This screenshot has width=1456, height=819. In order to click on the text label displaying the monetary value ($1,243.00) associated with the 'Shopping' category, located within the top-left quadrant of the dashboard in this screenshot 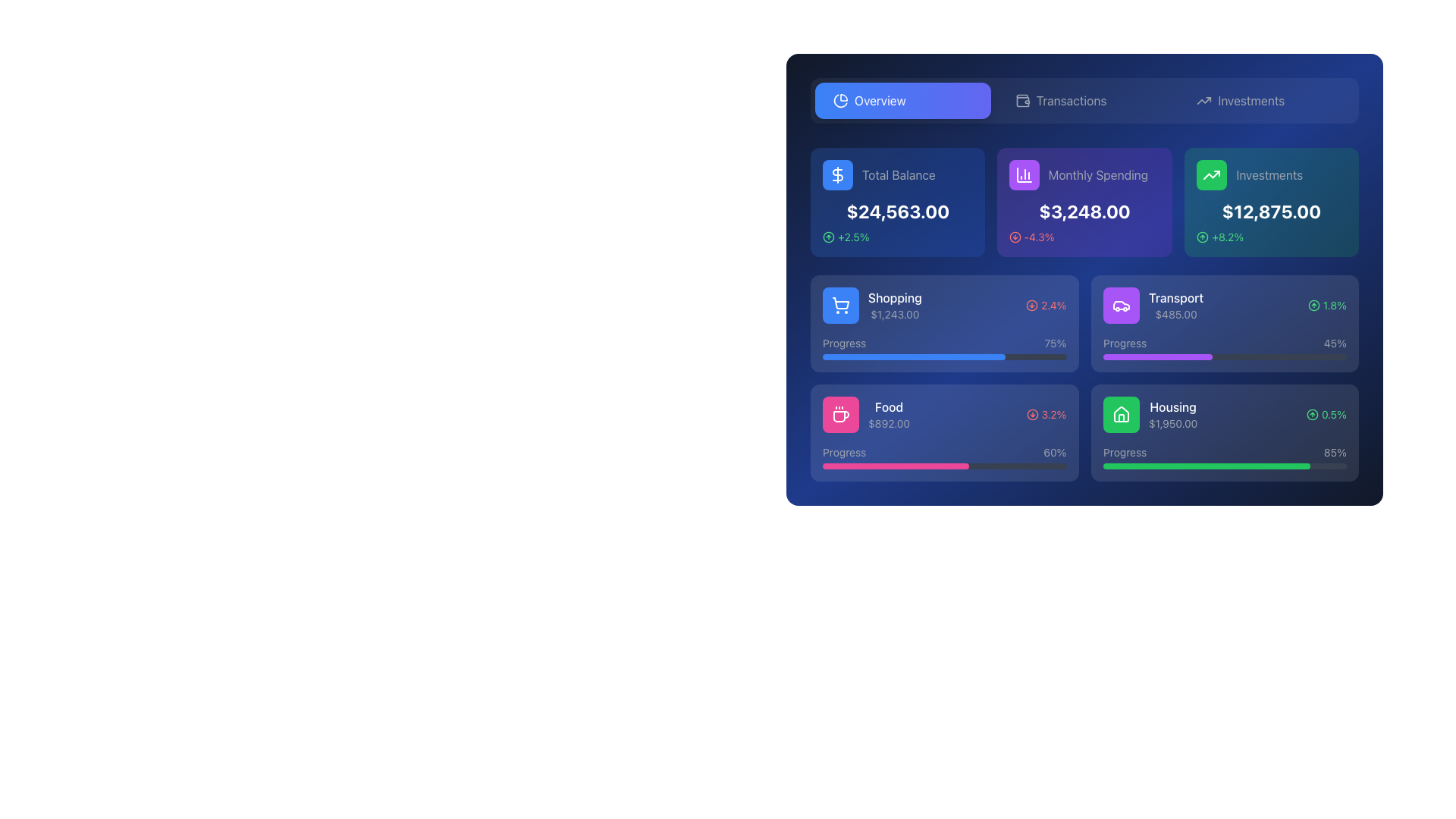, I will do `click(895, 314)`.